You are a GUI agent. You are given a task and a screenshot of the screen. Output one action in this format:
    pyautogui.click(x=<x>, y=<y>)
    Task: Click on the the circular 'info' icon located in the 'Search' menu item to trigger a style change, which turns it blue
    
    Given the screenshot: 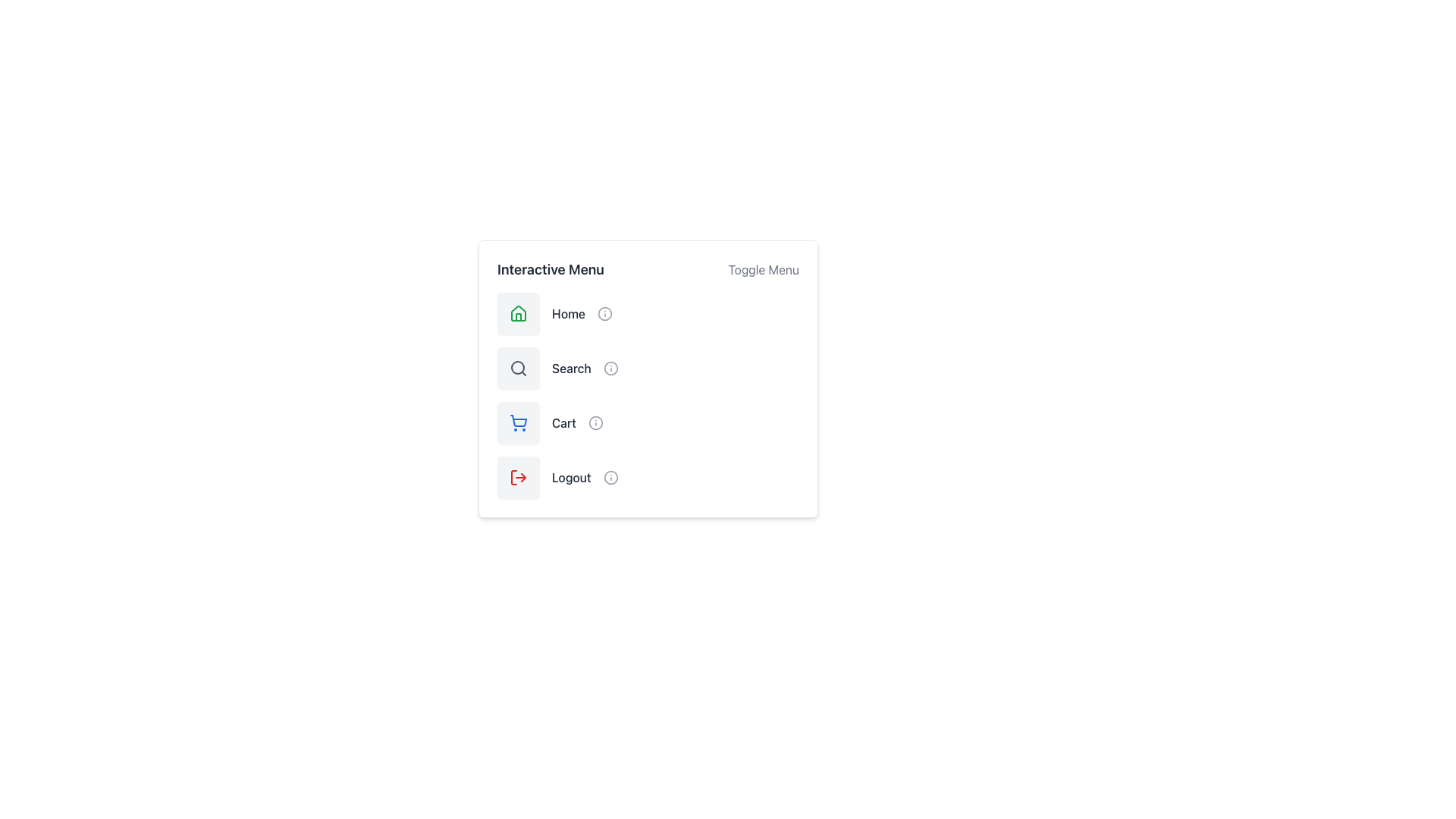 What is the action you would take?
    pyautogui.click(x=610, y=369)
    